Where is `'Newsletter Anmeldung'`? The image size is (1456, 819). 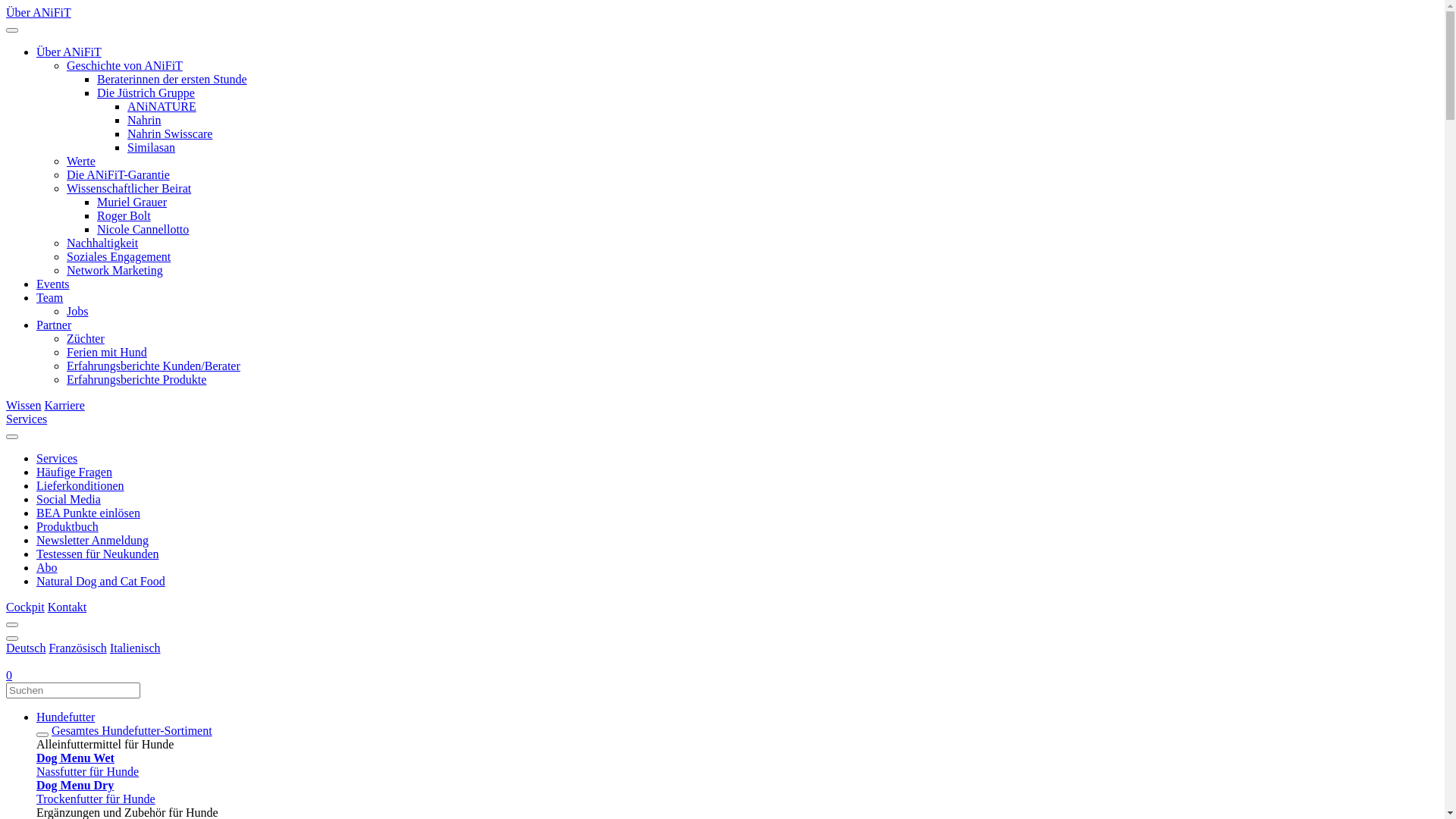 'Newsletter Anmeldung' is located at coordinates (91, 539).